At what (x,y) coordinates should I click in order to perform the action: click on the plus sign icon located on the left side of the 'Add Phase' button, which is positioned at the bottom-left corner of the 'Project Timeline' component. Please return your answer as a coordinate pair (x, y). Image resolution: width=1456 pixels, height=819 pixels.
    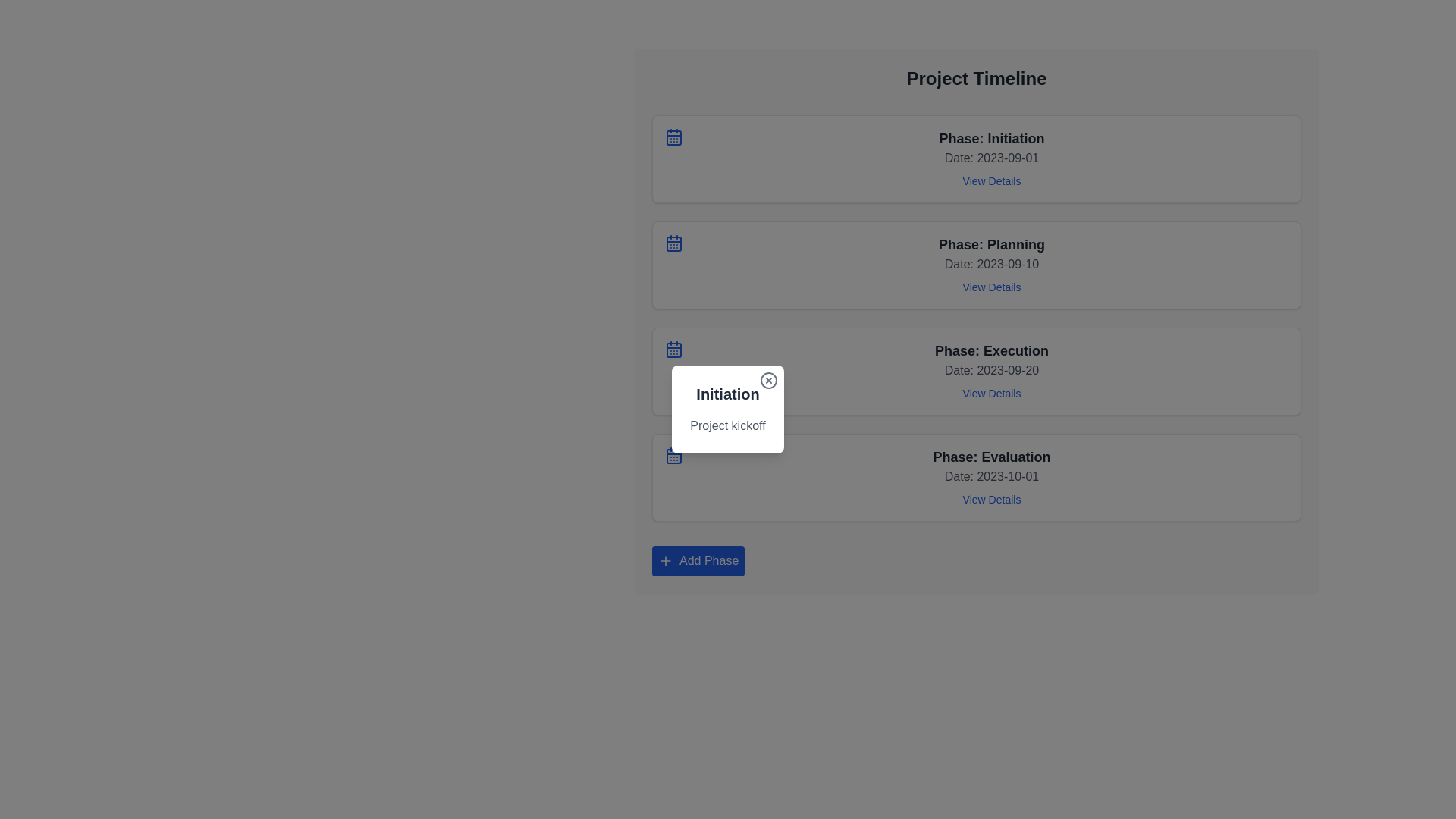
    Looking at the image, I should click on (666, 561).